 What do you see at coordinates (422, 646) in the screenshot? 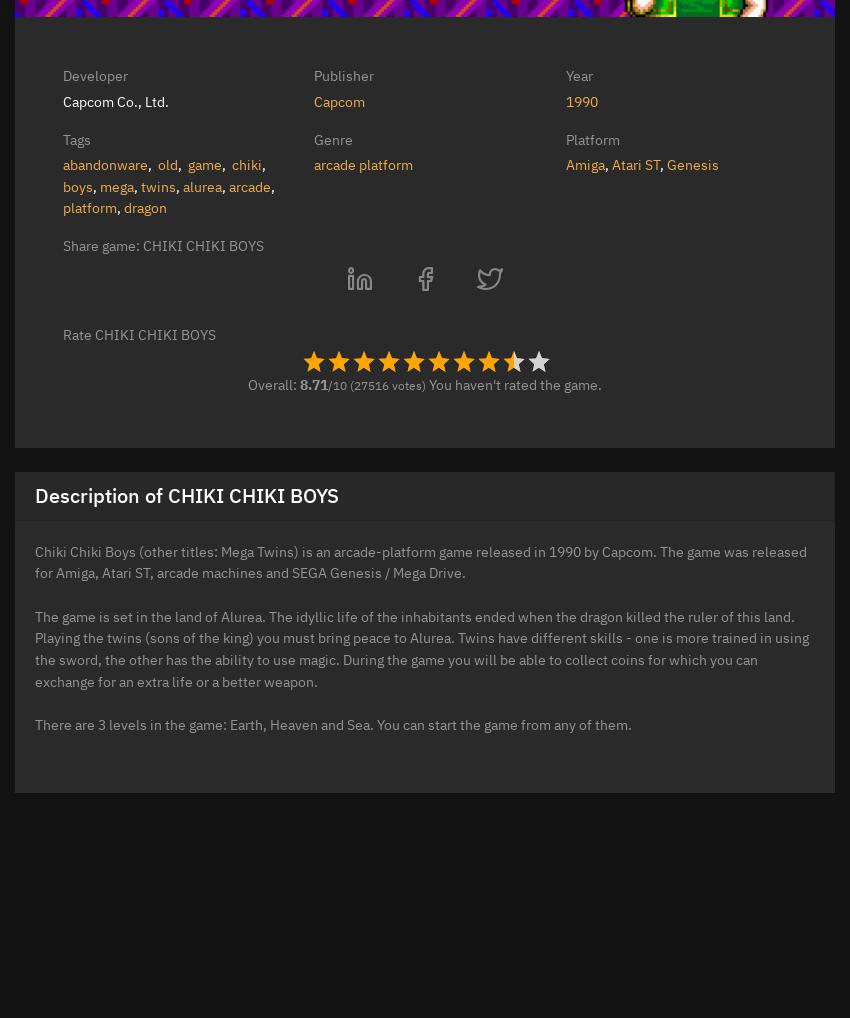
I see `'The game is set in the land of Alurea. The idyllic life of the inhabitants ended when the dragon killed the ruler of this land. Playing the twins (sons of the king) you must bring peace to Alurea. Twins have different skills - one is more trained in using the sword, the other has the ability to use magic. During the game you will be able to collect coins for which you can exchange for an extra life or a better weapon.'` at bounding box center [422, 646].